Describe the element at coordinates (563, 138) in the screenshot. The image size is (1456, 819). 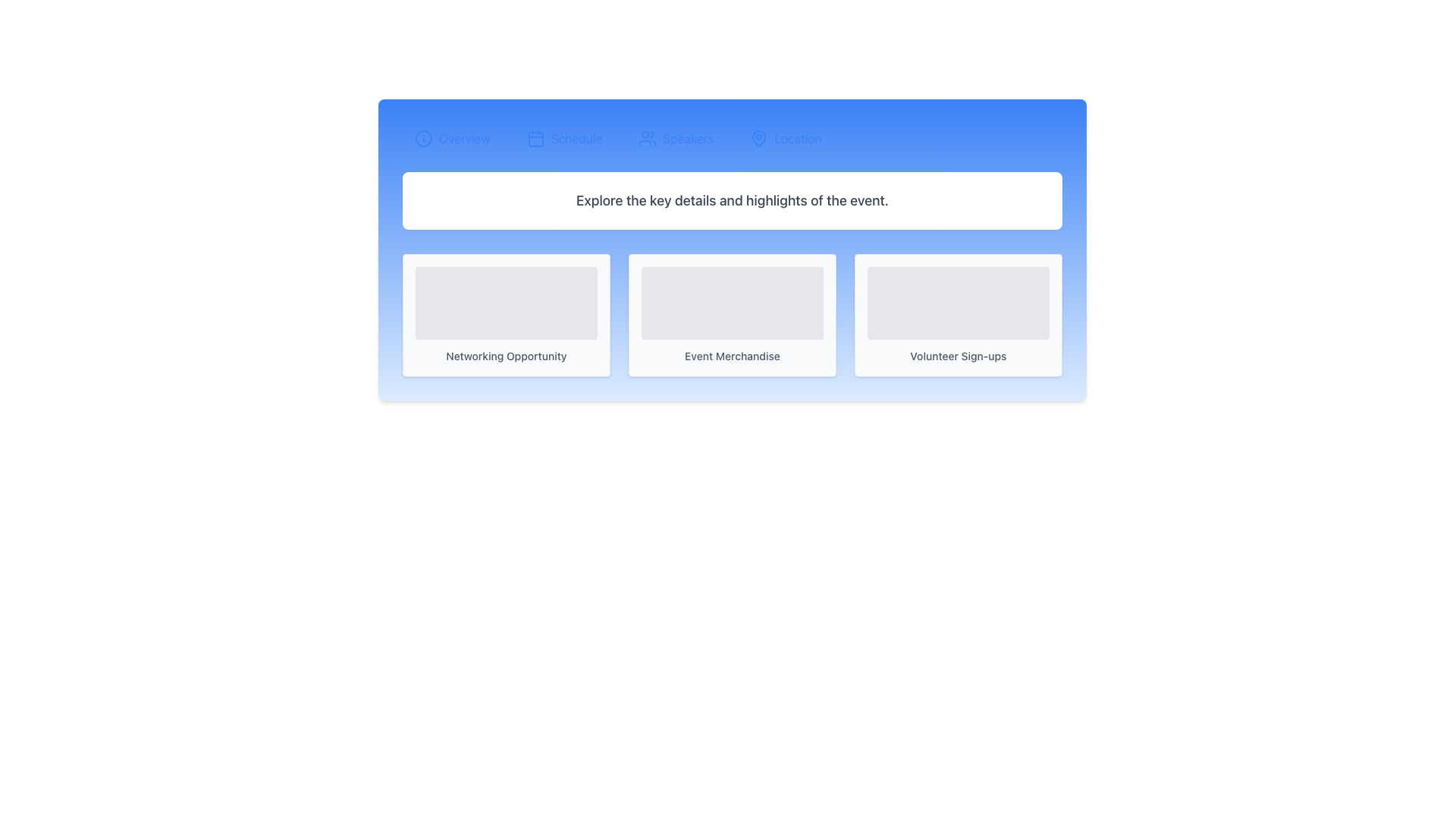
I see `the 'Schedule' button which is the second button from the left in the navigation bar for keyboard interaction` at that location.